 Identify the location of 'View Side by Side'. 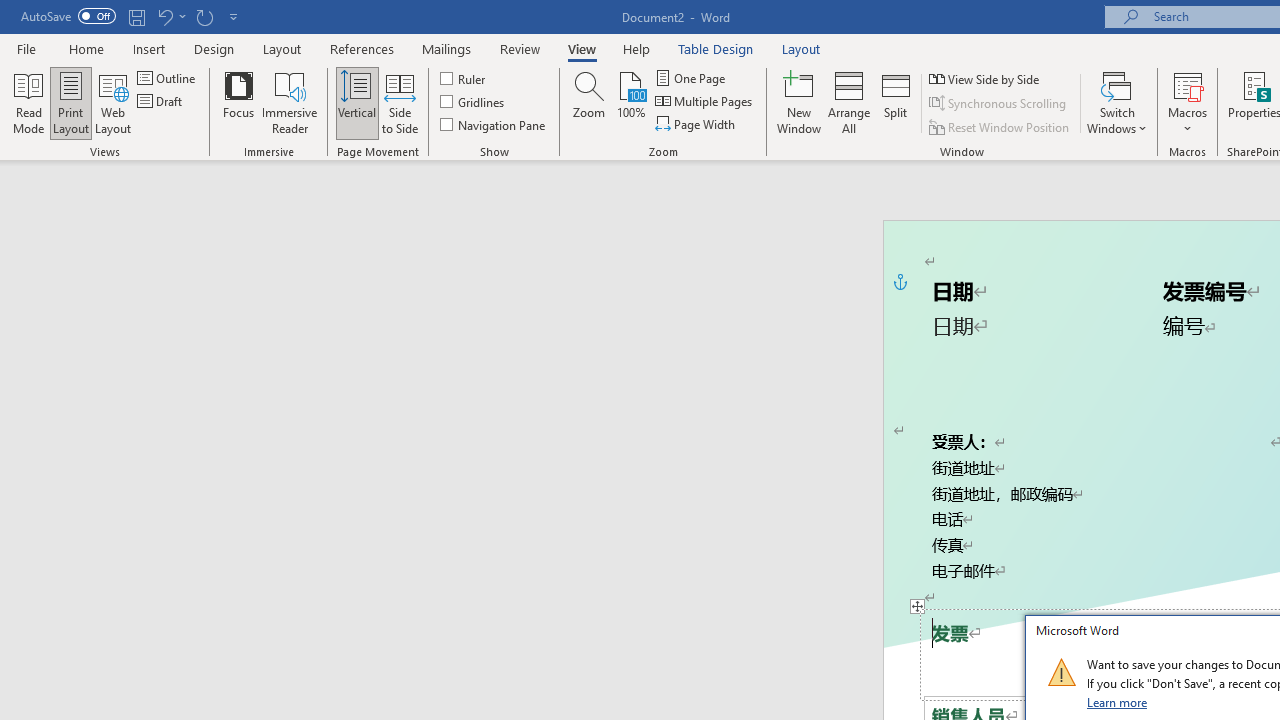
(985, 78).